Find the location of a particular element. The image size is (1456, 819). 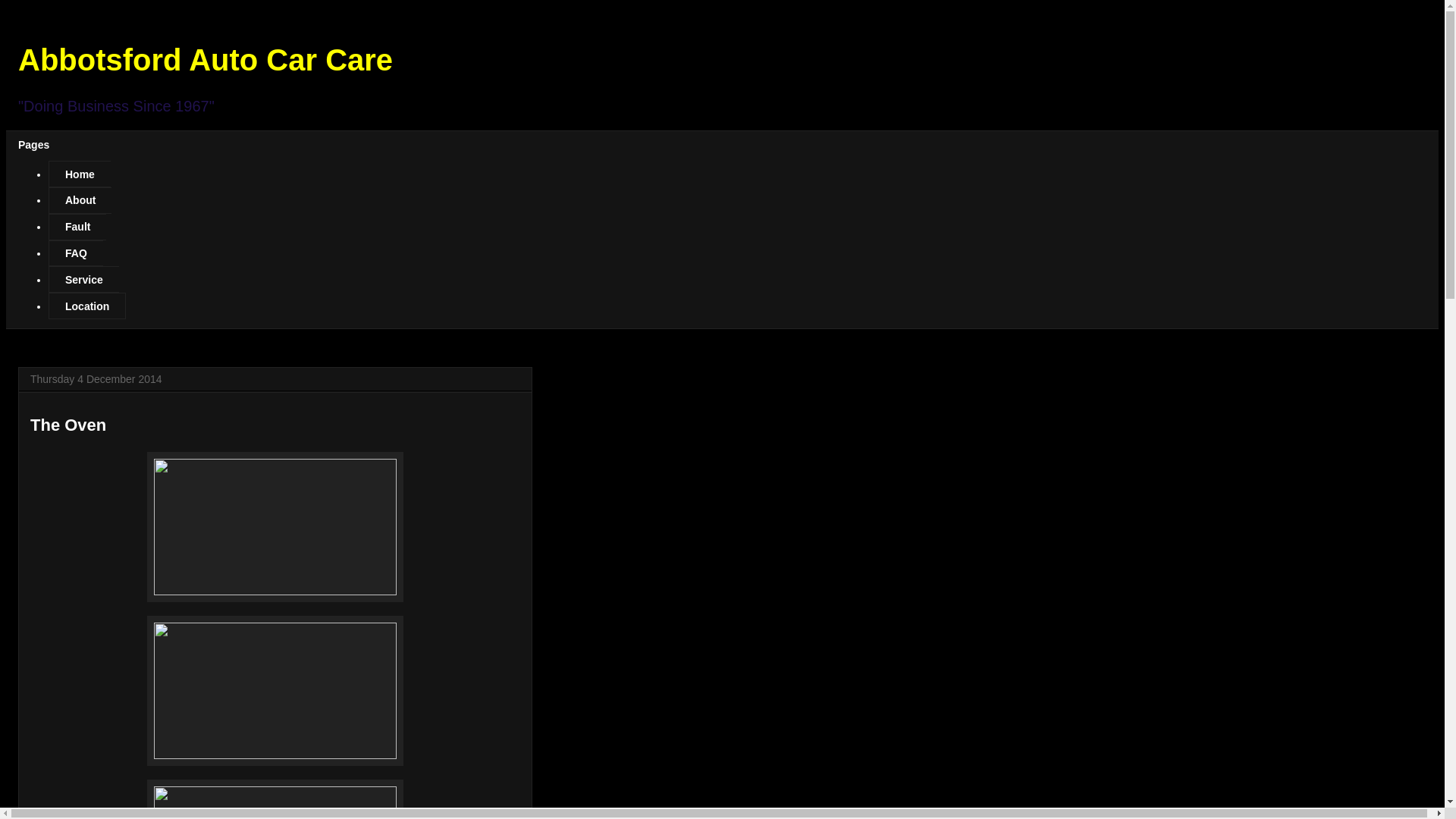

'FAQ' is located at coordinates (75, 253).